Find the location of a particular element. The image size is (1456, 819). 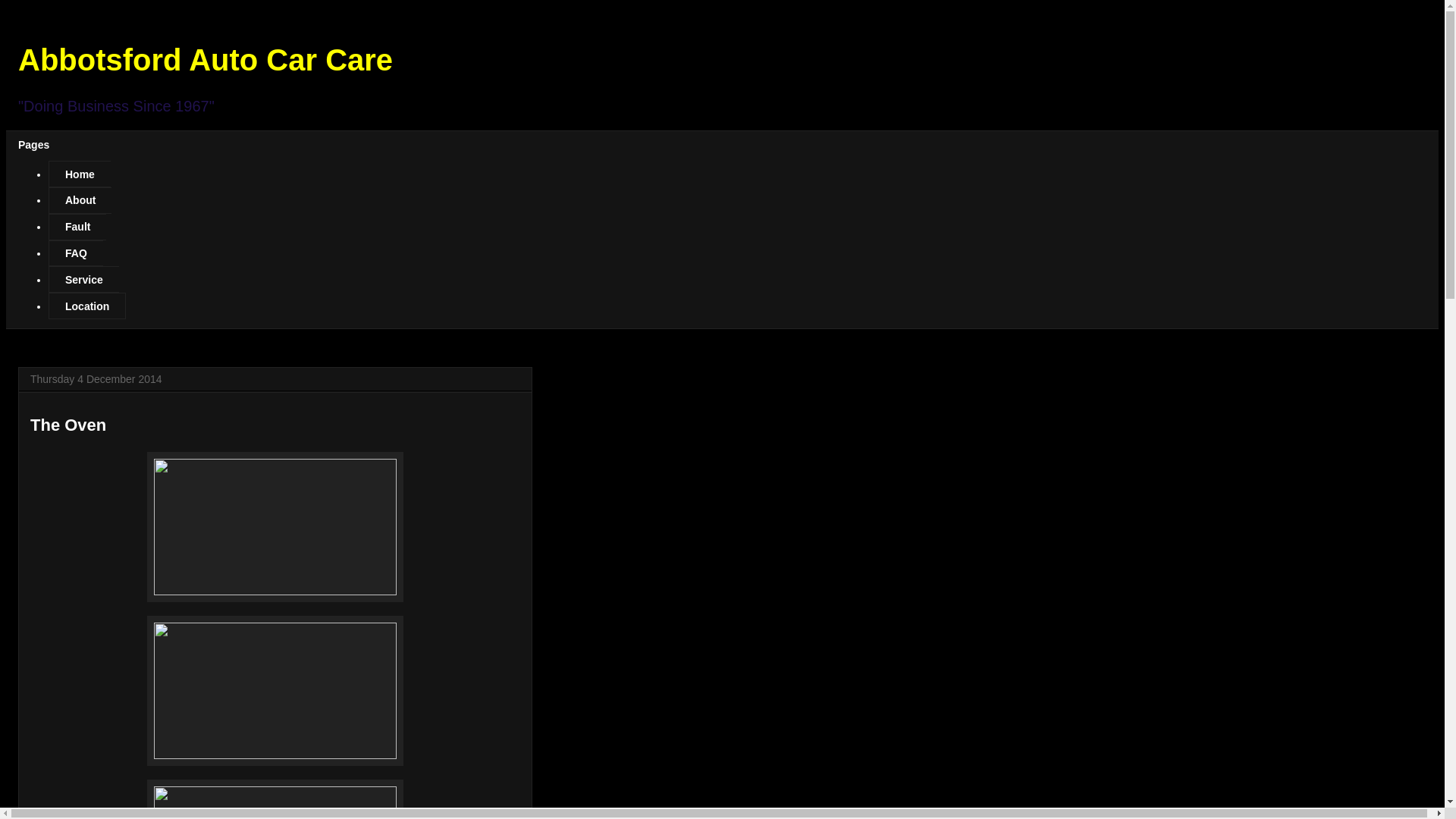

'FAQ' is located at coordinates (75, 253).